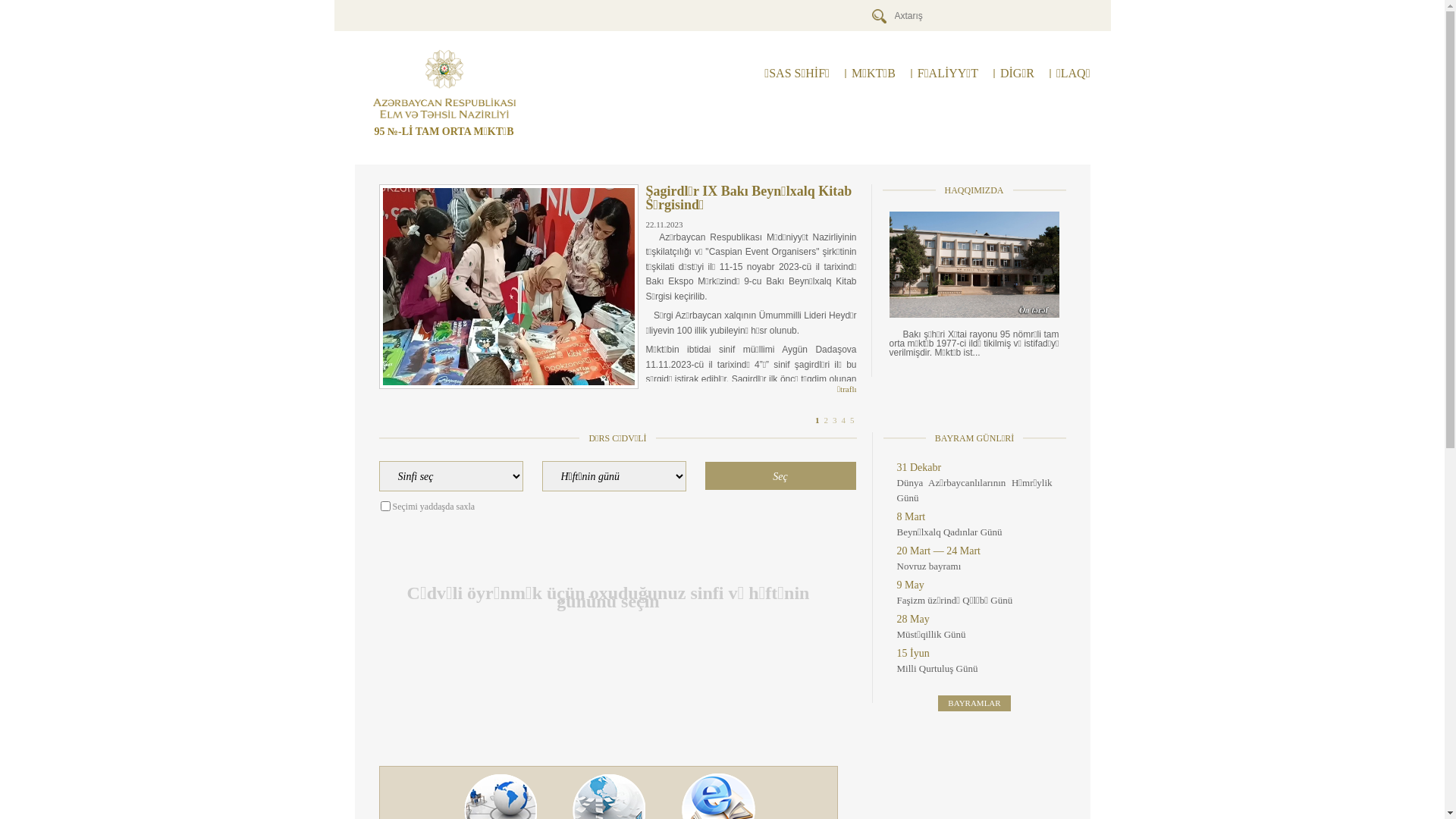 This screenshot has height=819, width=1456. What do you see at coordinates (832, 420) in the screenshot?
I see `'3'` at bounding box center [832, 420].